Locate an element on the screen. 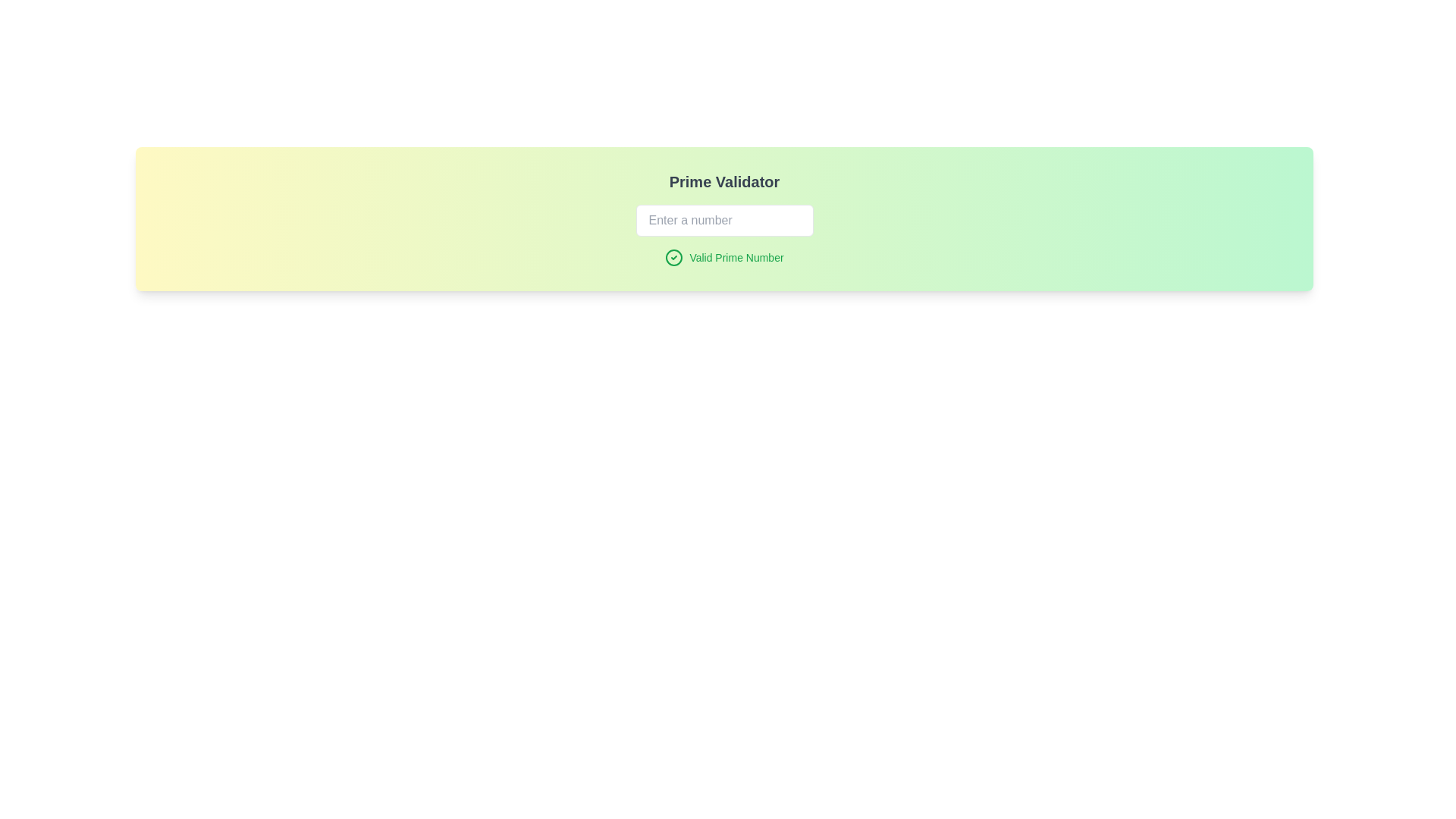 Image resolution: width=1456 pixels, height=819 pixels. the numeric input field located beneath the 'Prime Validator' title to focus on it is located at coordinates (723, 220).